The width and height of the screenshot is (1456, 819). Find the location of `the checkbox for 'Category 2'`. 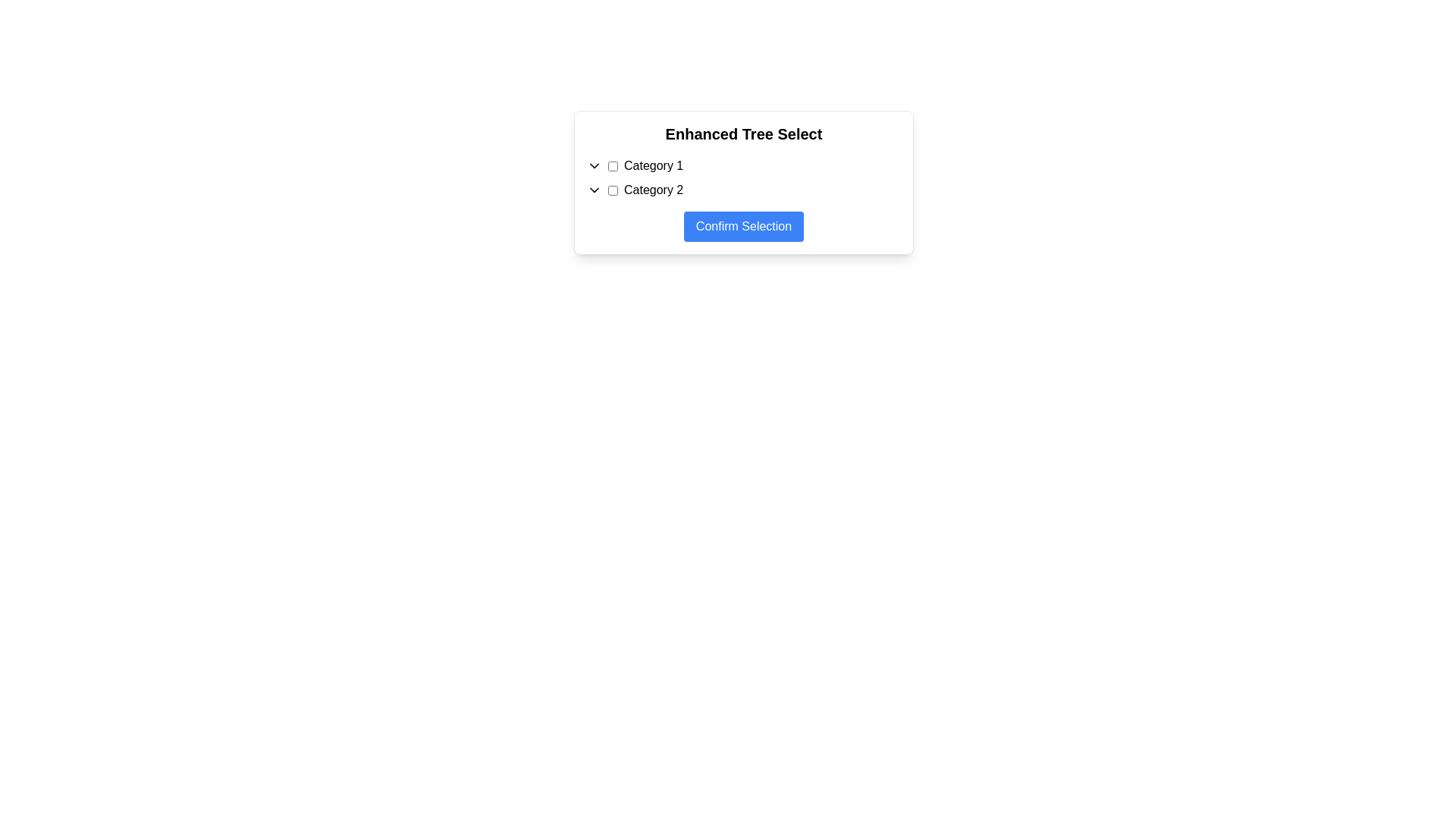

the checkbox for 'Category 2' is located at coordinates (613, 189).